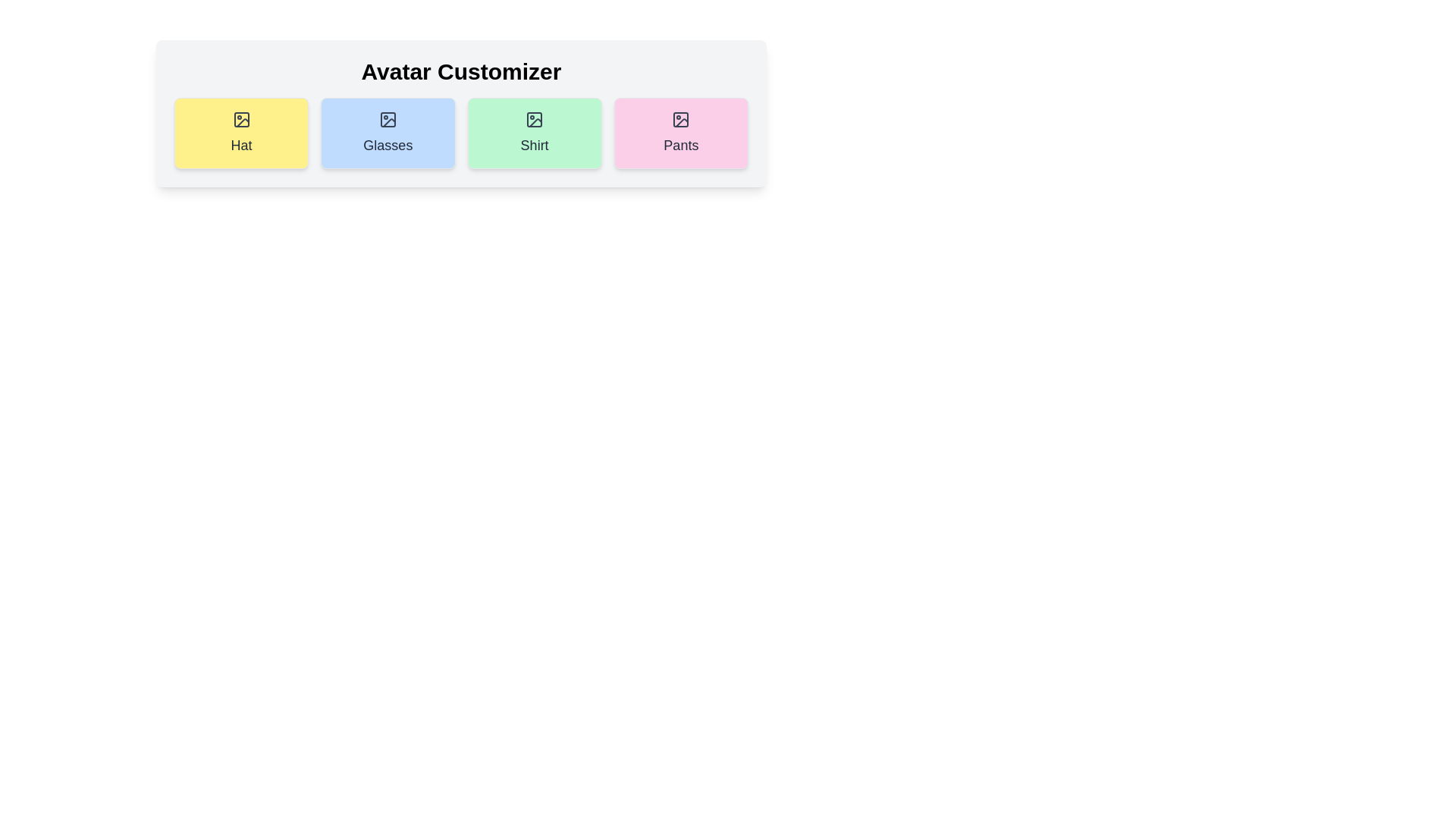 This screenshot has height=819, width=1456. Describe the element at coordinates (535, 146) in the screenshot. I see `label displaying the word 'Shirt' in a large gray font, located in the third column under 'Avatar Customizer'` at that location.